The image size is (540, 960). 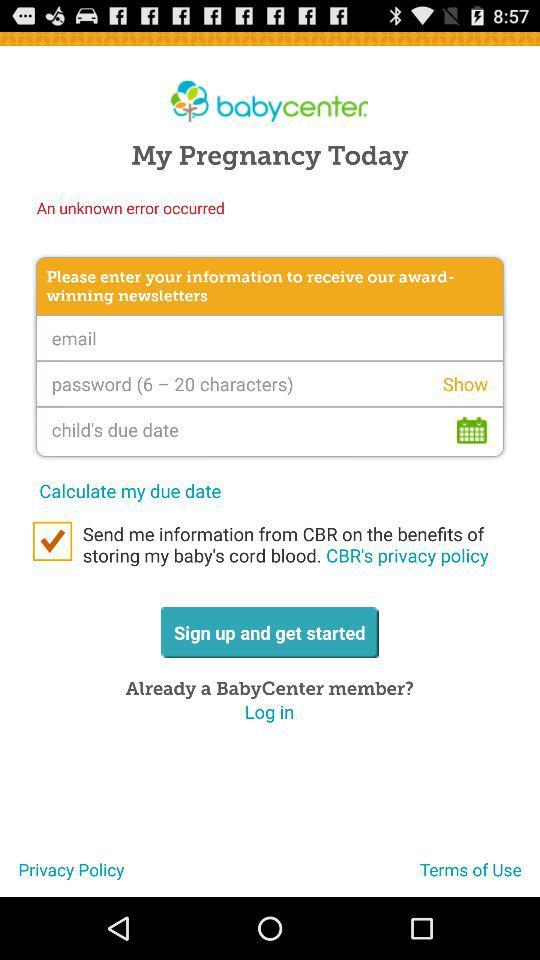 I want to click on the icon above calculate my due app, so click(x=270, y=431).